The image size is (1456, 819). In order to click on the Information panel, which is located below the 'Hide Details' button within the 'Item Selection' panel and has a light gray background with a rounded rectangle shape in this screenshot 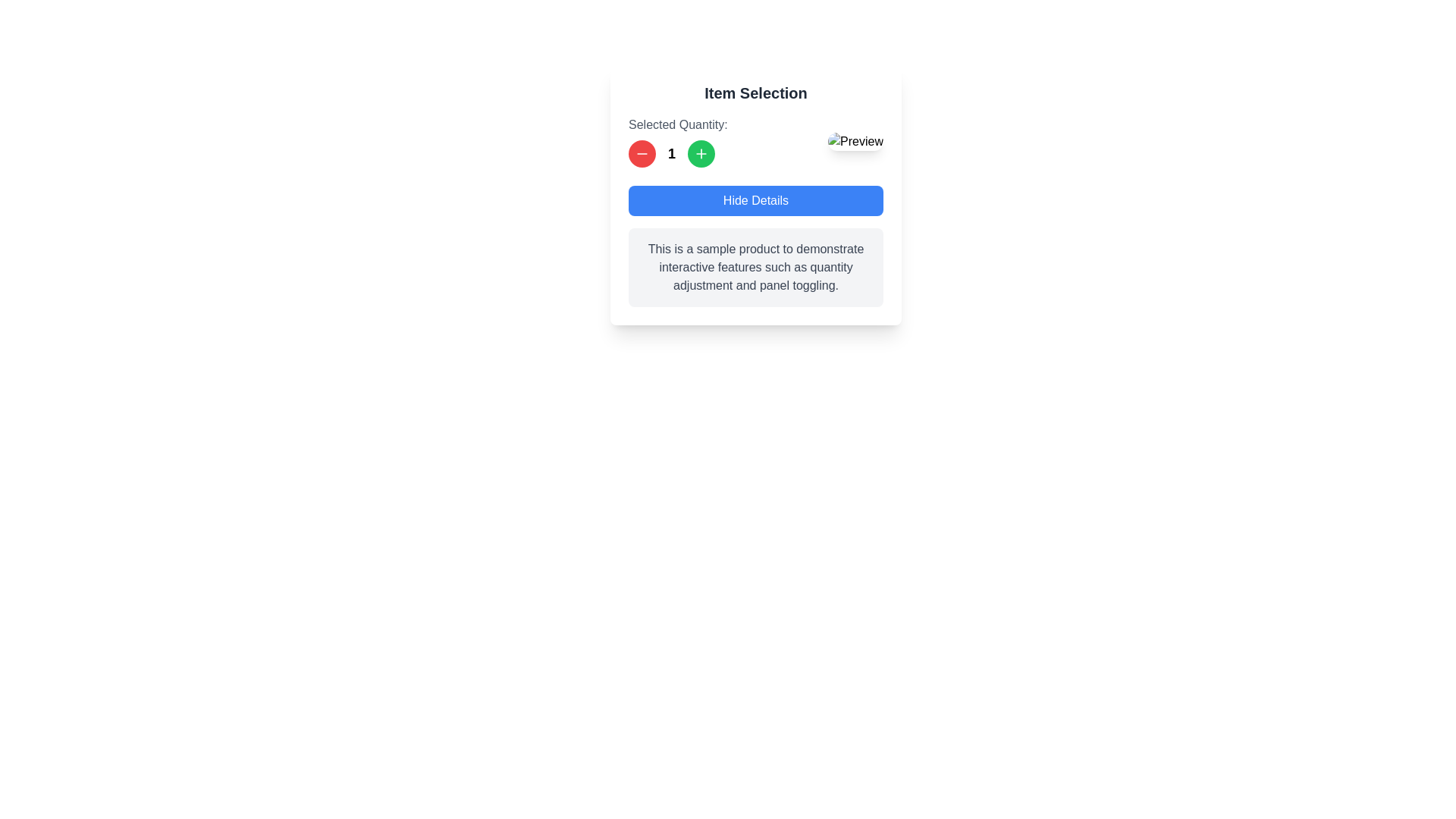, I will do `click(756, 245)`.